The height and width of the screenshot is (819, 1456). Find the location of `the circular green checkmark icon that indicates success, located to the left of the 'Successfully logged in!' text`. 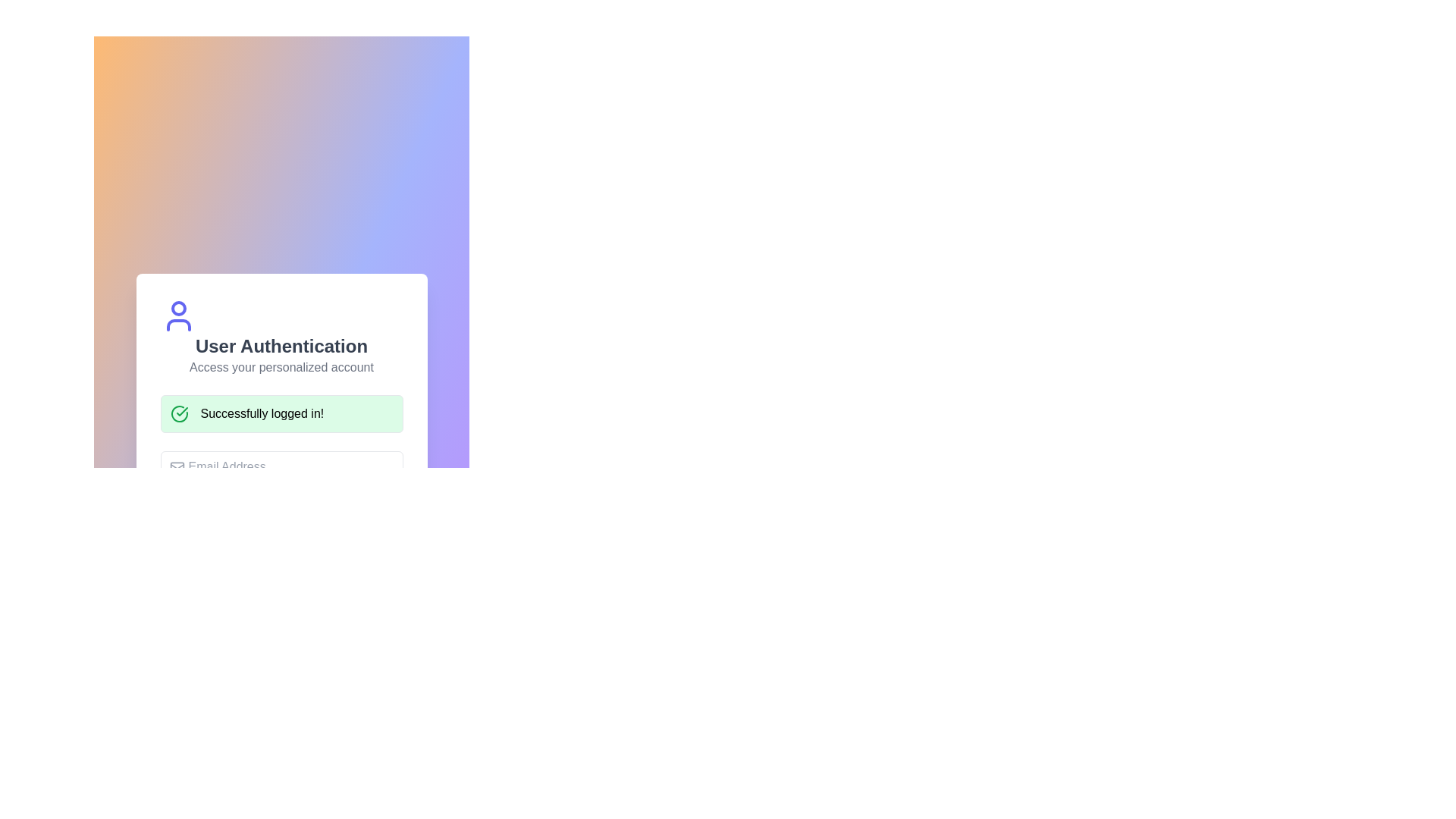

the circular green checkmark icon that indicates success, located to the left of the 'Successfully logged in!' text is located at coordinates (179, 414).